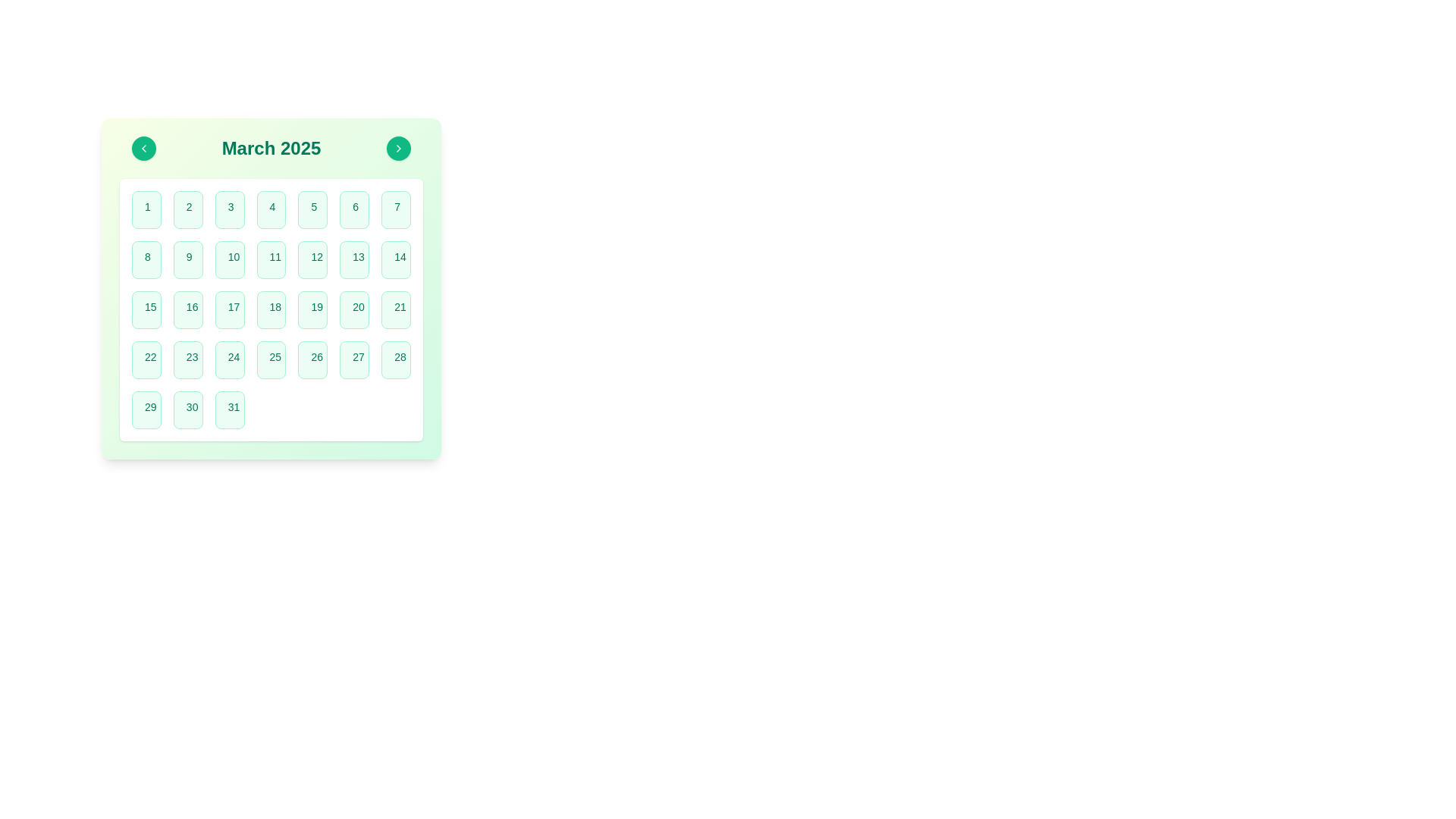  Describe the element at coordinates (275, 307) in the screenshot. I see `the date '18' displayed in a bold, medium-sized green font inside a rounded box in the calendar grid` at that location.